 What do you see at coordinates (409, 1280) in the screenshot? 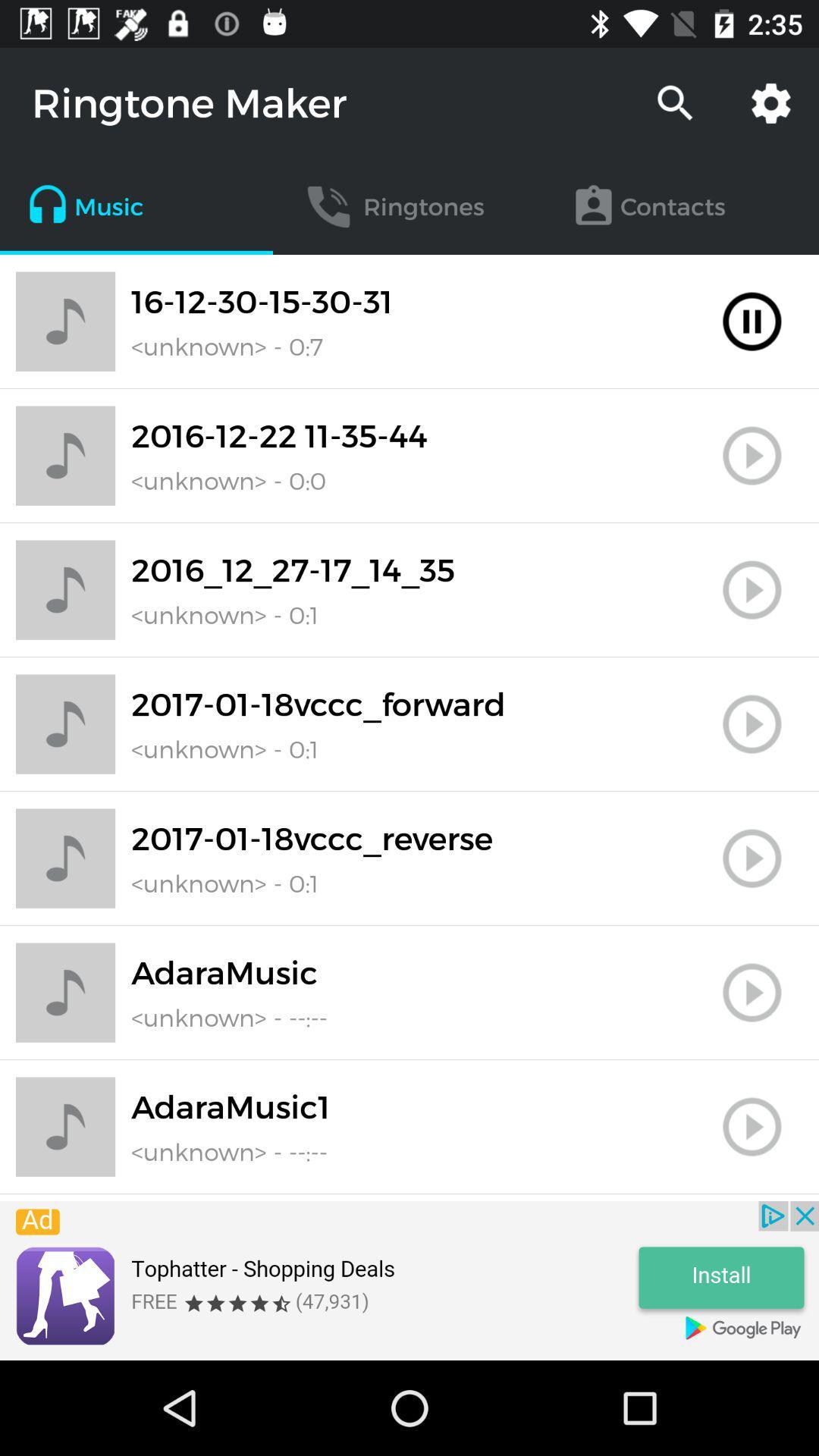
I see `click for advertisement` at bounding box center [409, 1280].